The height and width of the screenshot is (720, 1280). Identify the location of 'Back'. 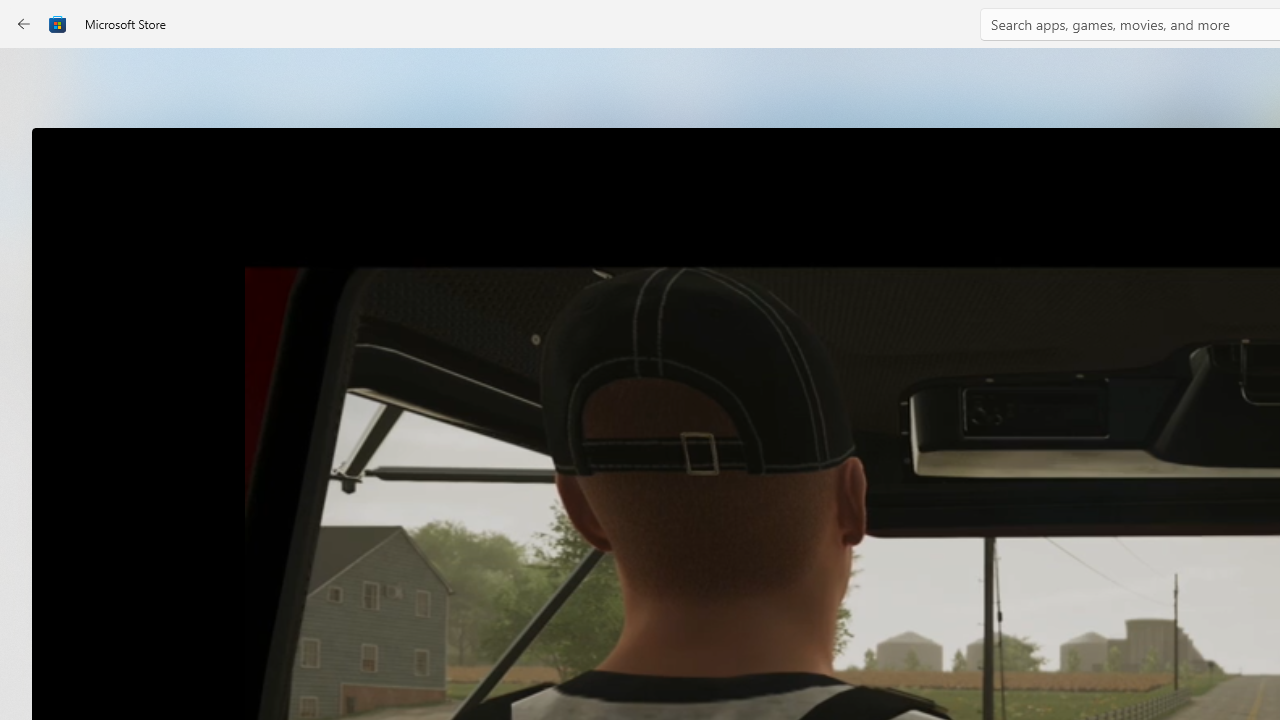
(24, 24).